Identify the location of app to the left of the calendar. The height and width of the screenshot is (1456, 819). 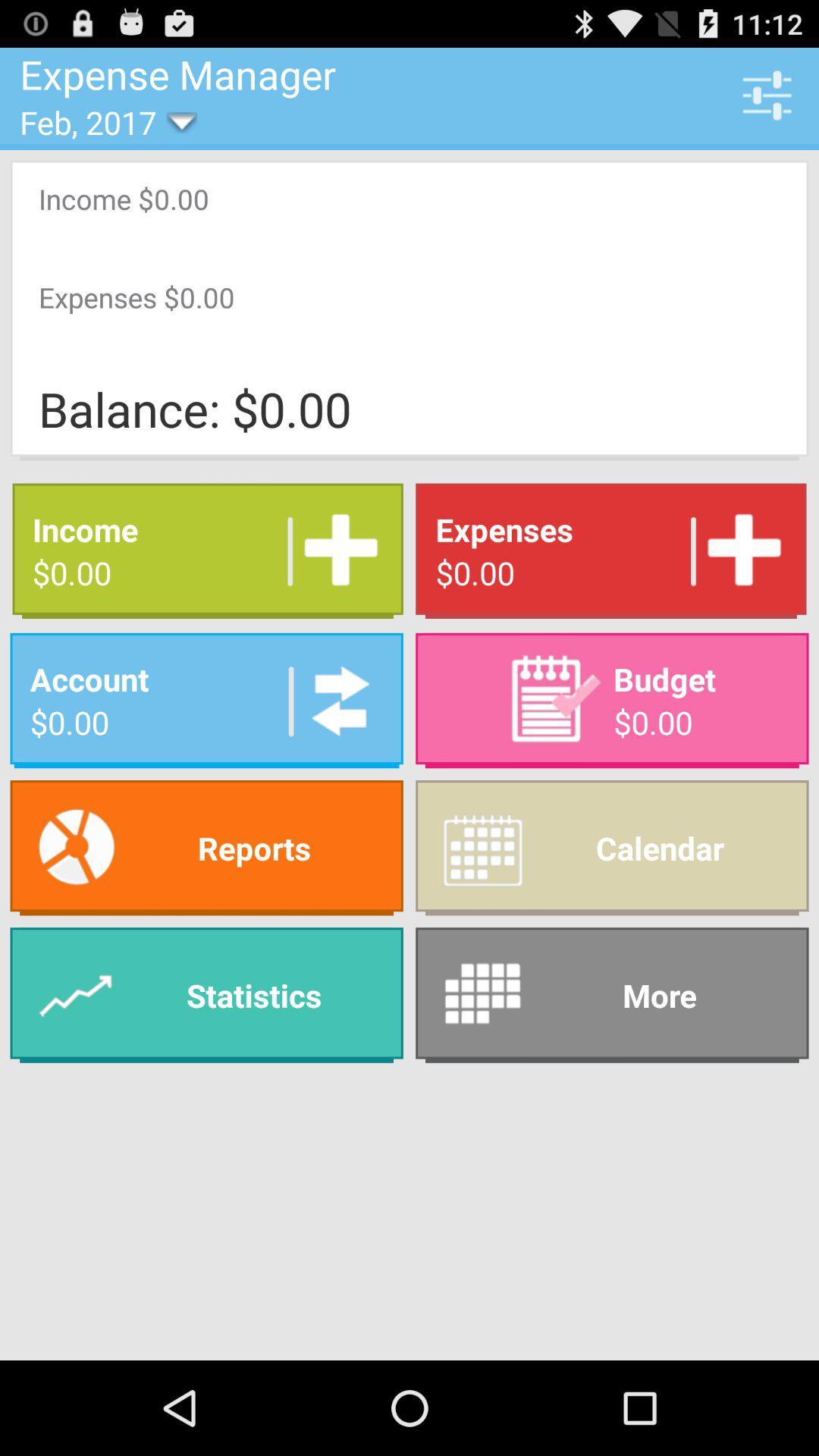
(206, 995).